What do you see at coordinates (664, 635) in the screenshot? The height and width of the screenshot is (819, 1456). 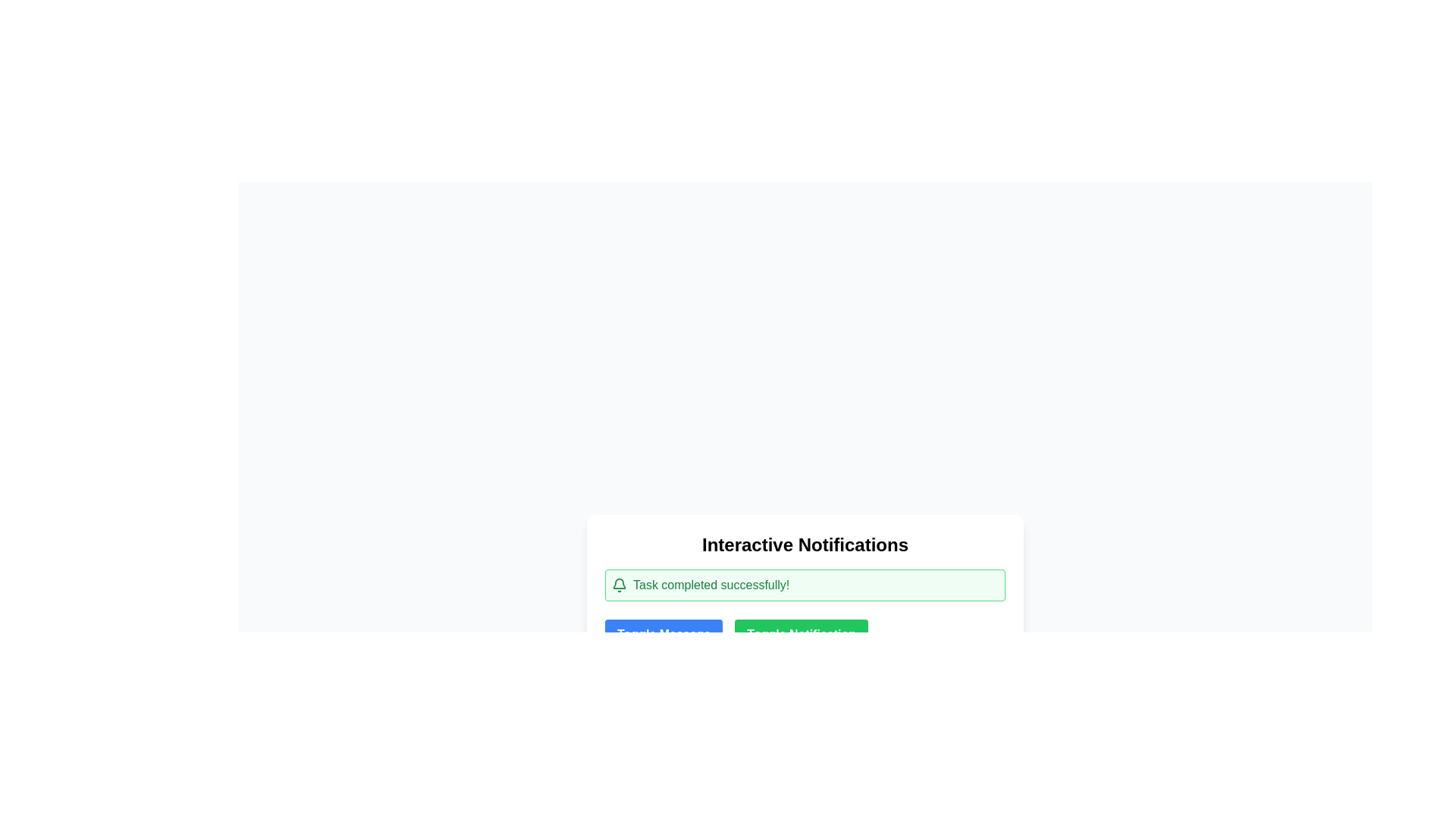 I see `the 'Toggle Message' button, which is a rectangular button with rounded corners and a vibrant blue background` at bounding box center [664, 635].